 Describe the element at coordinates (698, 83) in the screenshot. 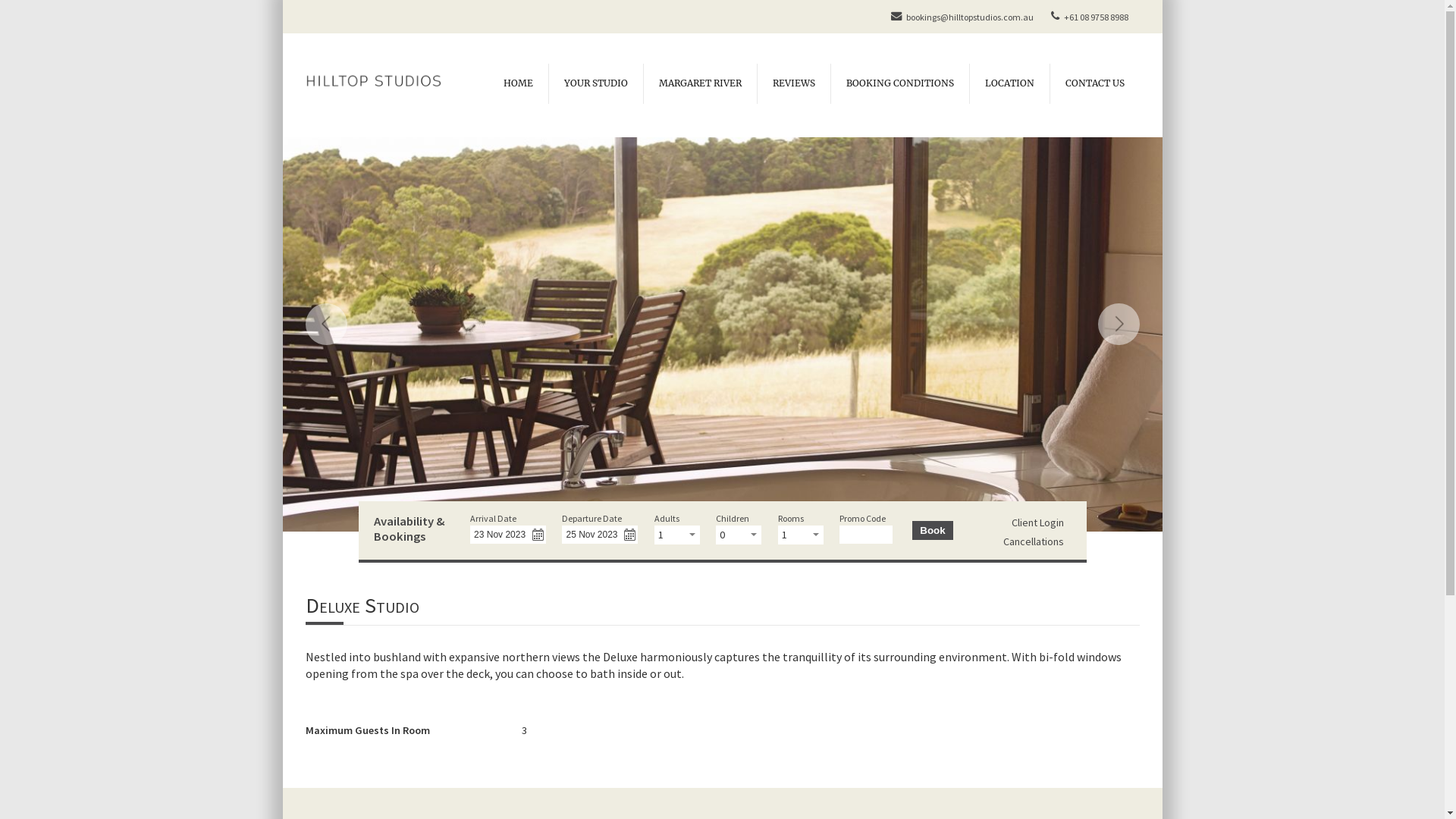

I see `'MARGARET RIVER'` at that location.